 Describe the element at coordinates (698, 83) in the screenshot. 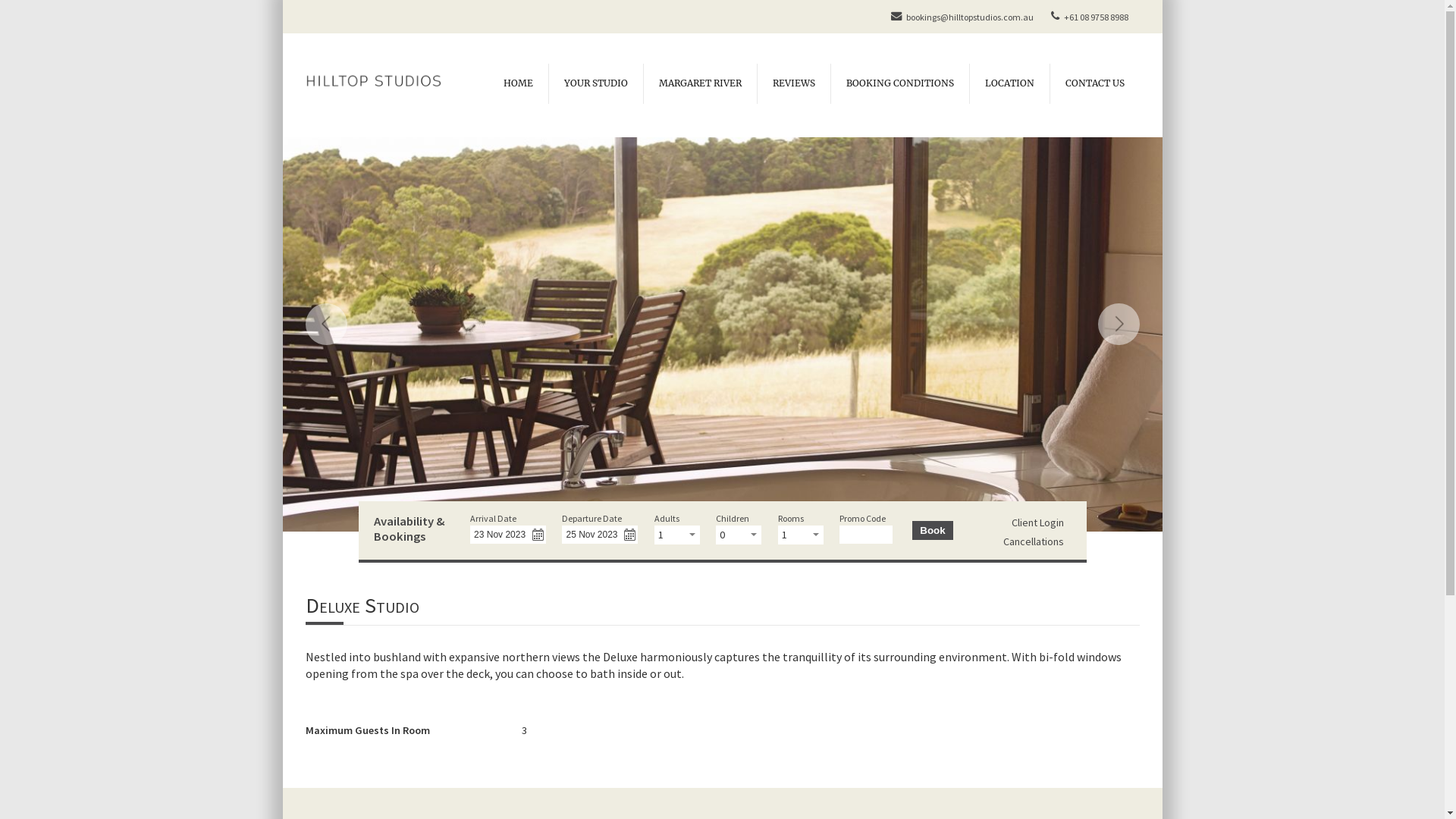

I see `'MARGARET RIVER'` at that location.